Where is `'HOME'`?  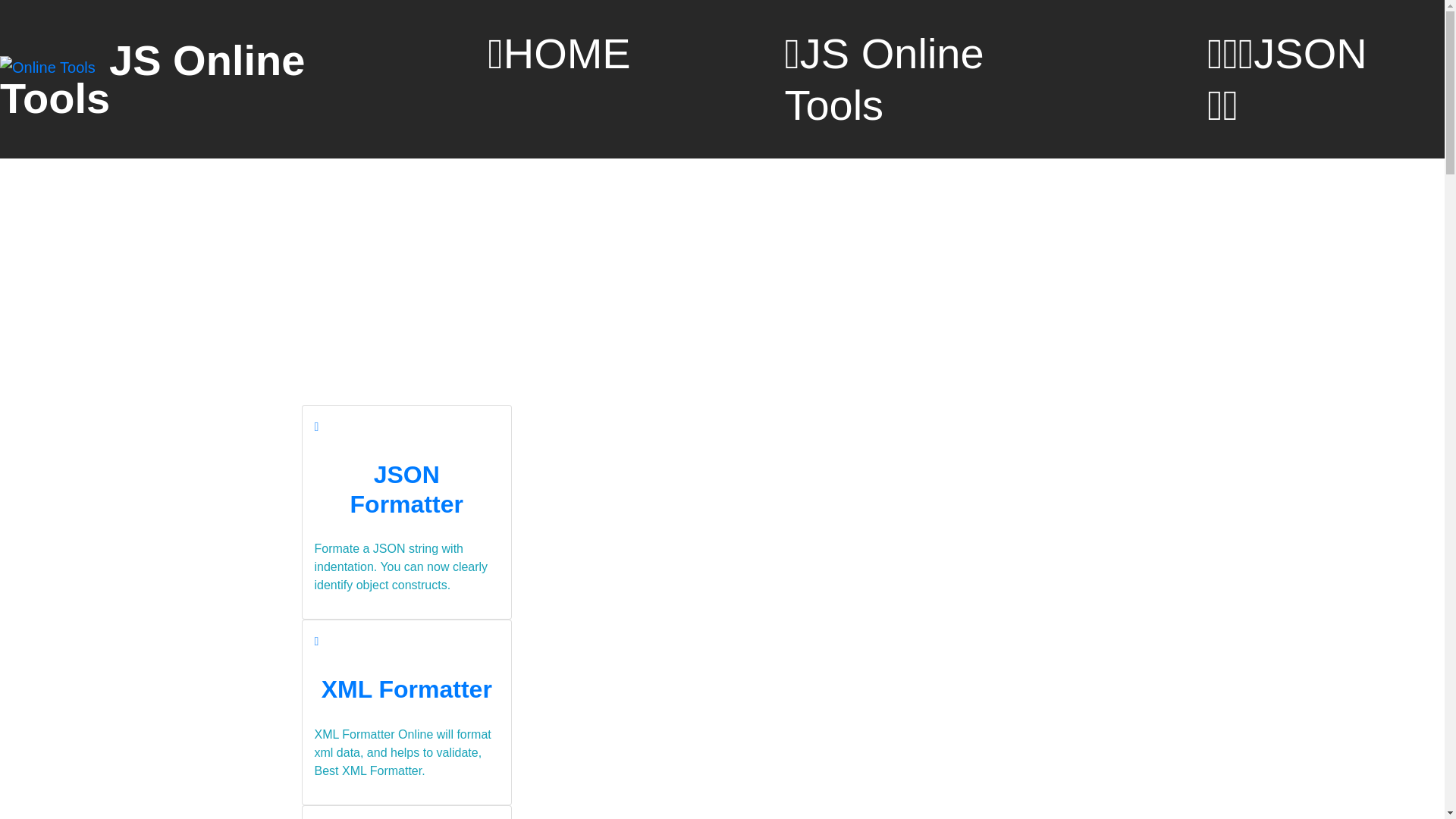 'HOME' is located at coordinates (558, 52).